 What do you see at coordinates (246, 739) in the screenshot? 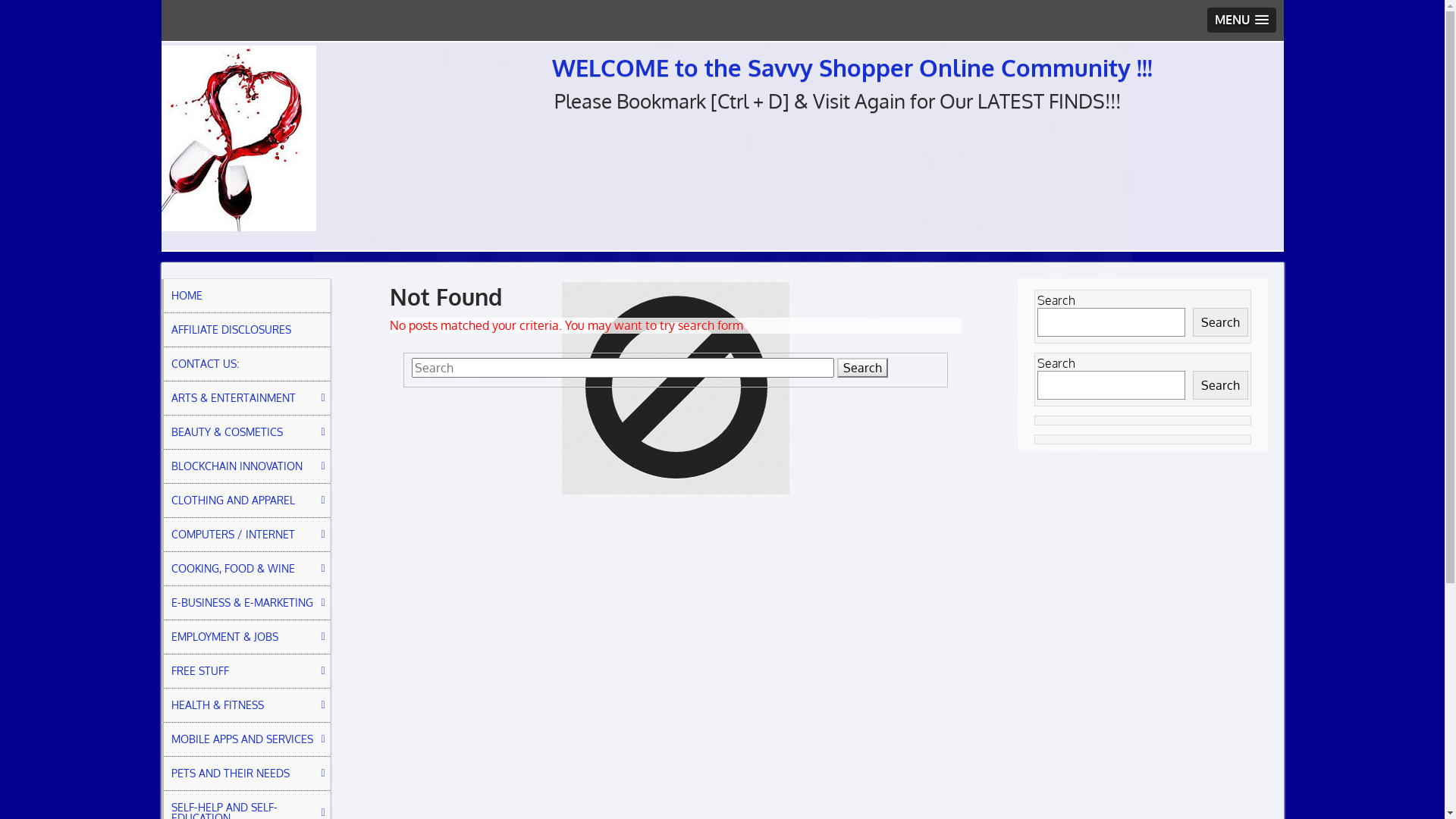
I see `'MOBILE APPS AND SERVICES'` at bounding box center [246, 739].